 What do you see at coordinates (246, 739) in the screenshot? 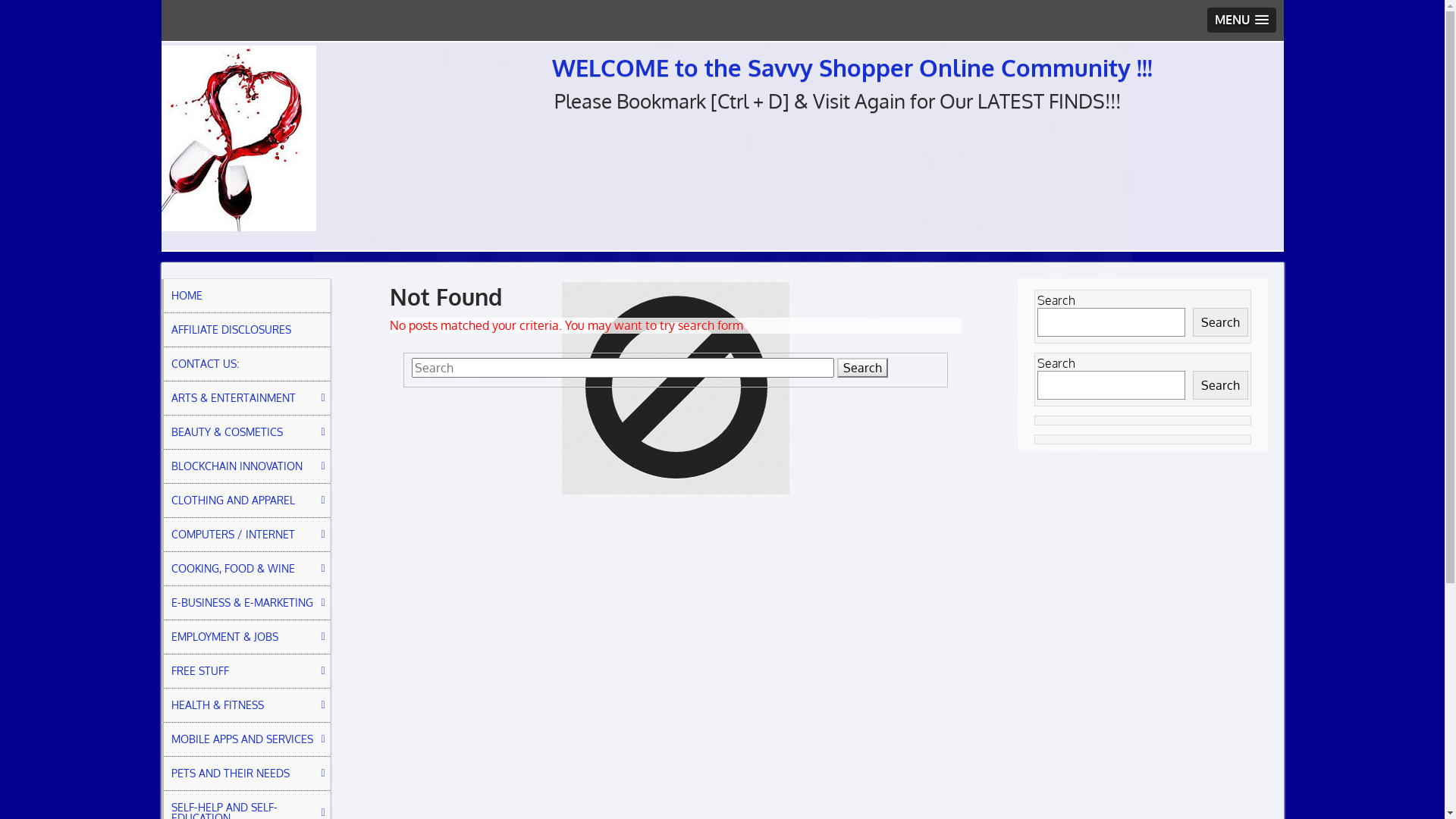
I see `'MOBILE APPS AND SERVICES'` at bounding box center [246, 739].